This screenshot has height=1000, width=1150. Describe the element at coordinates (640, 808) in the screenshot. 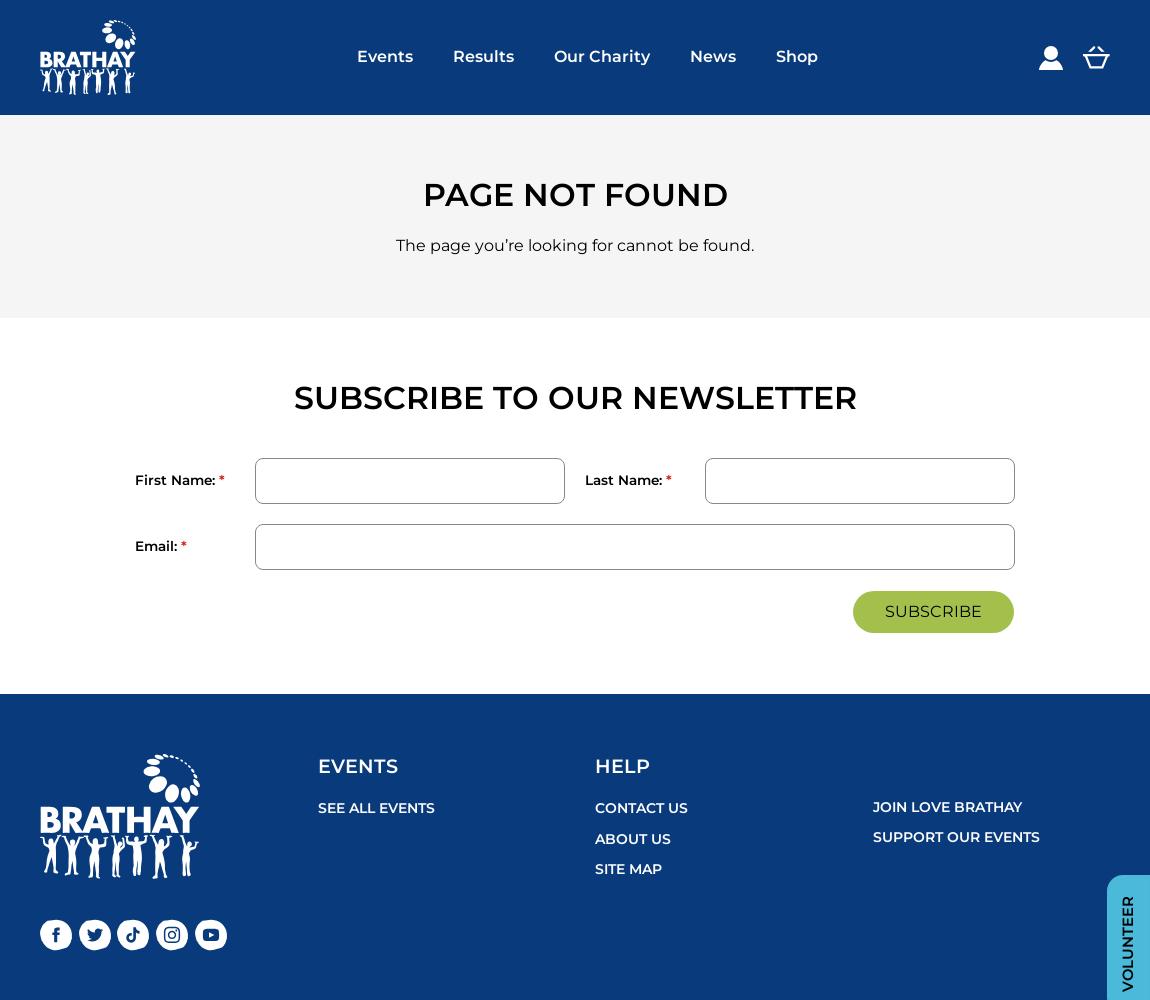

I see `'Contact Us'` at that location.